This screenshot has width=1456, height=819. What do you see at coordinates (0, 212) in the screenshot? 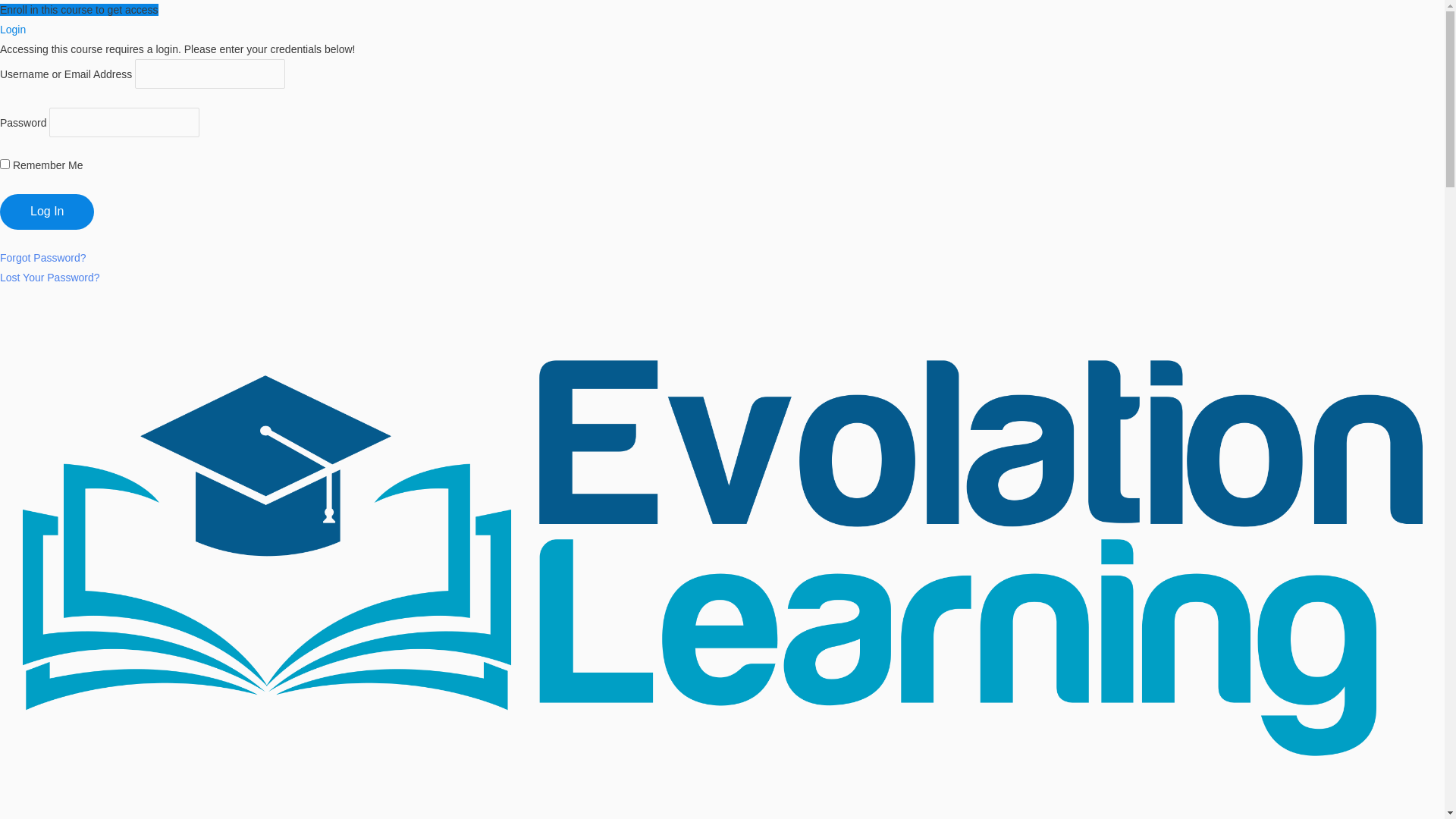
I see `'Log In'` at bounding box center [0, 212].